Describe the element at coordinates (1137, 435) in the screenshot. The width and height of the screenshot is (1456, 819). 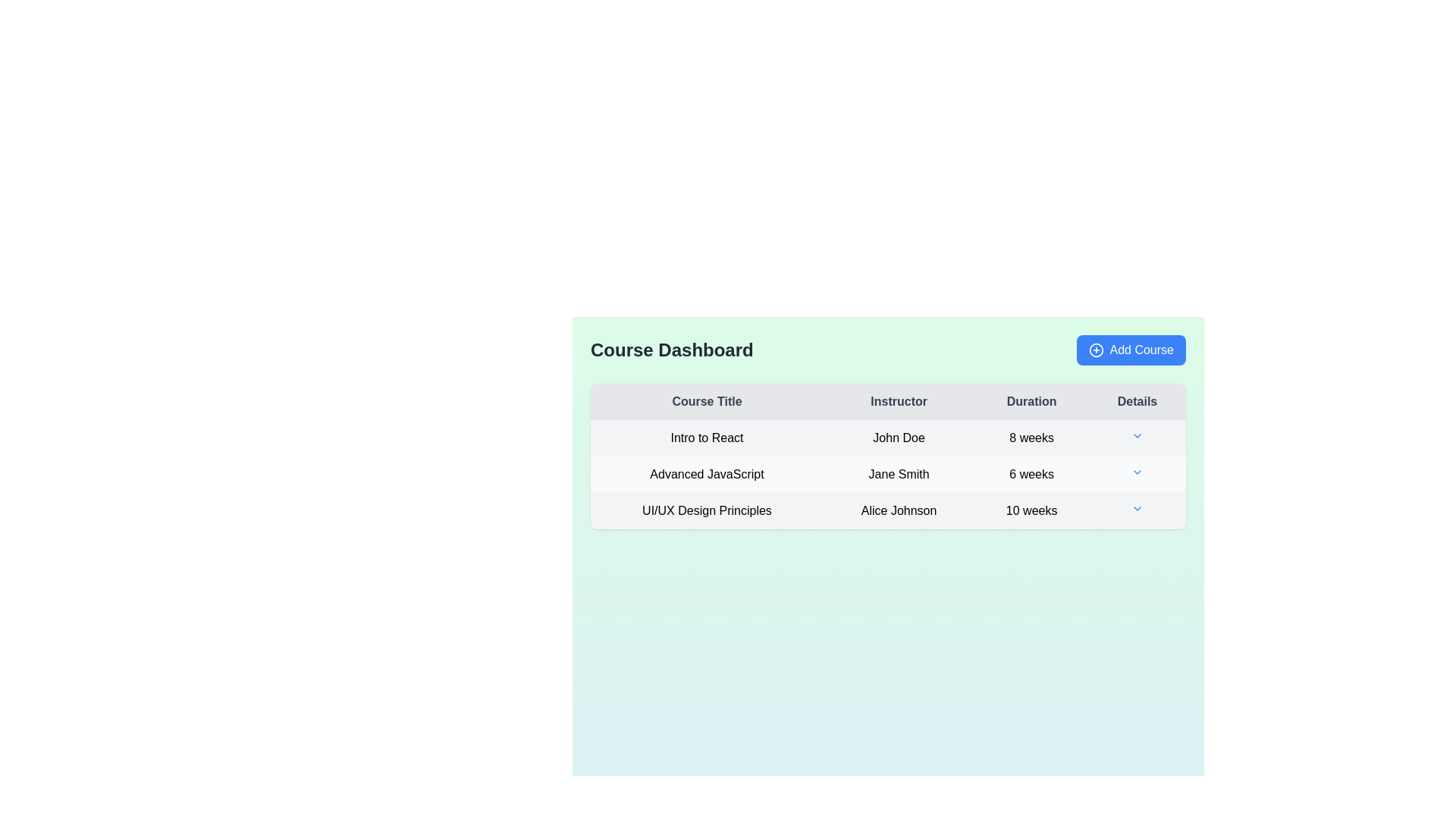
I see `the small downward-pointing chevron icon in the 'Details' column of the 'Intro to React' row` at that location.